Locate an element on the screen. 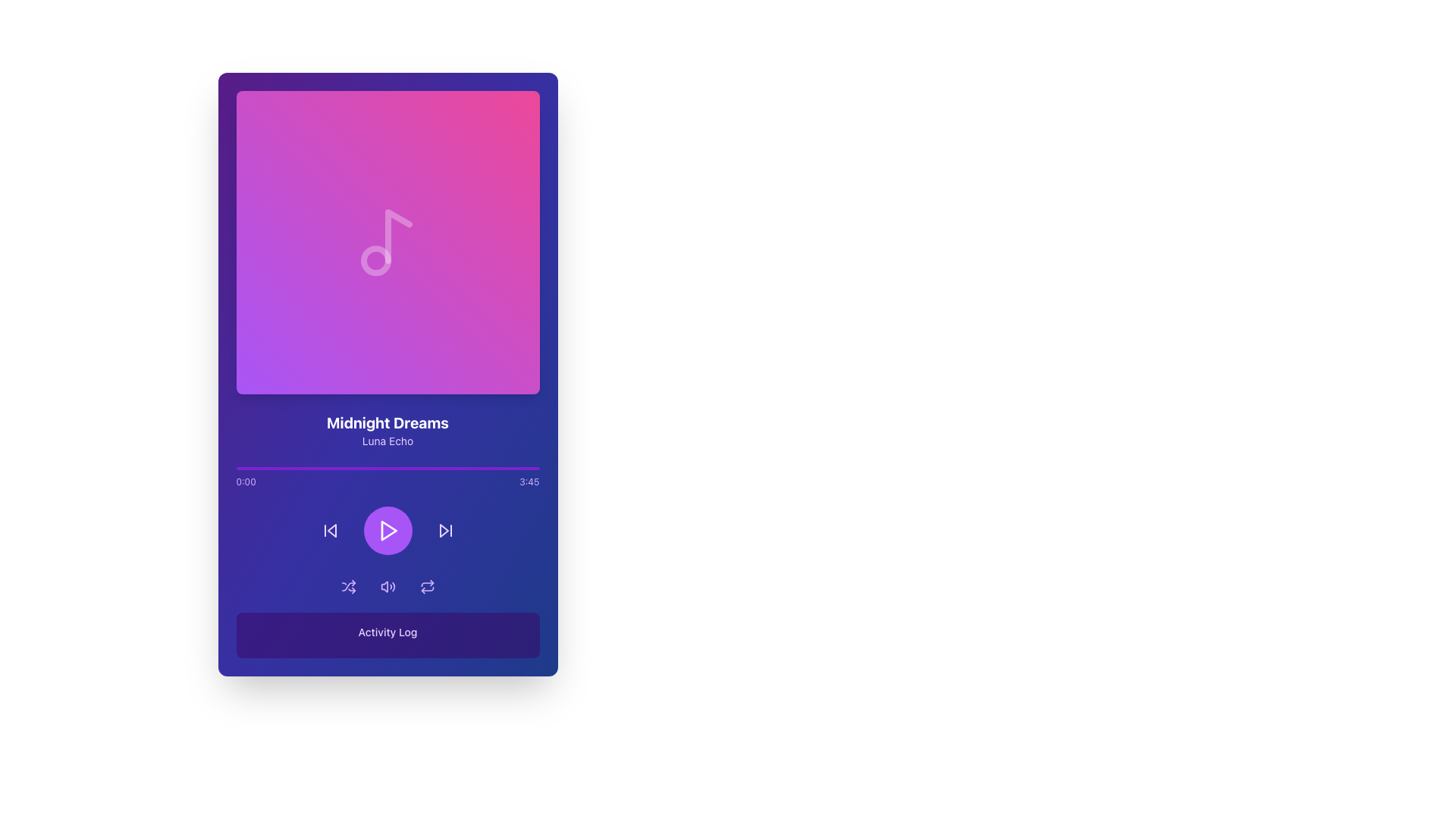 This screenshot has width=1456, height=819. the interactive toolbar with icons located near the bottom of the interface is located at coordinates (388, 586).